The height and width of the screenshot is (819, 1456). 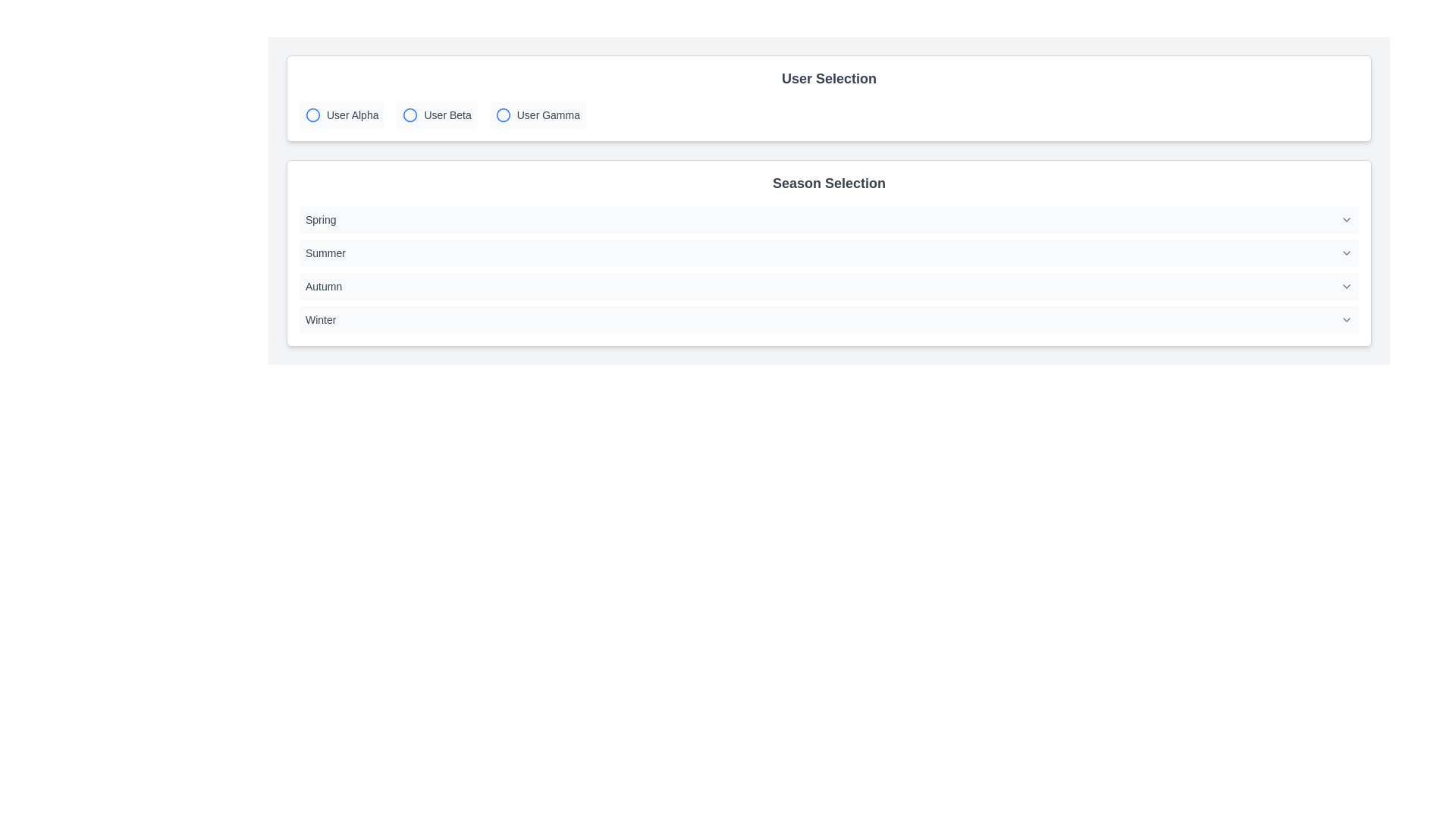 What do you see at coordinates (828, 219) in the screenshot?
I see `the first dropdown selector item labeled 'Spring'` at bounding box center [828, 219].